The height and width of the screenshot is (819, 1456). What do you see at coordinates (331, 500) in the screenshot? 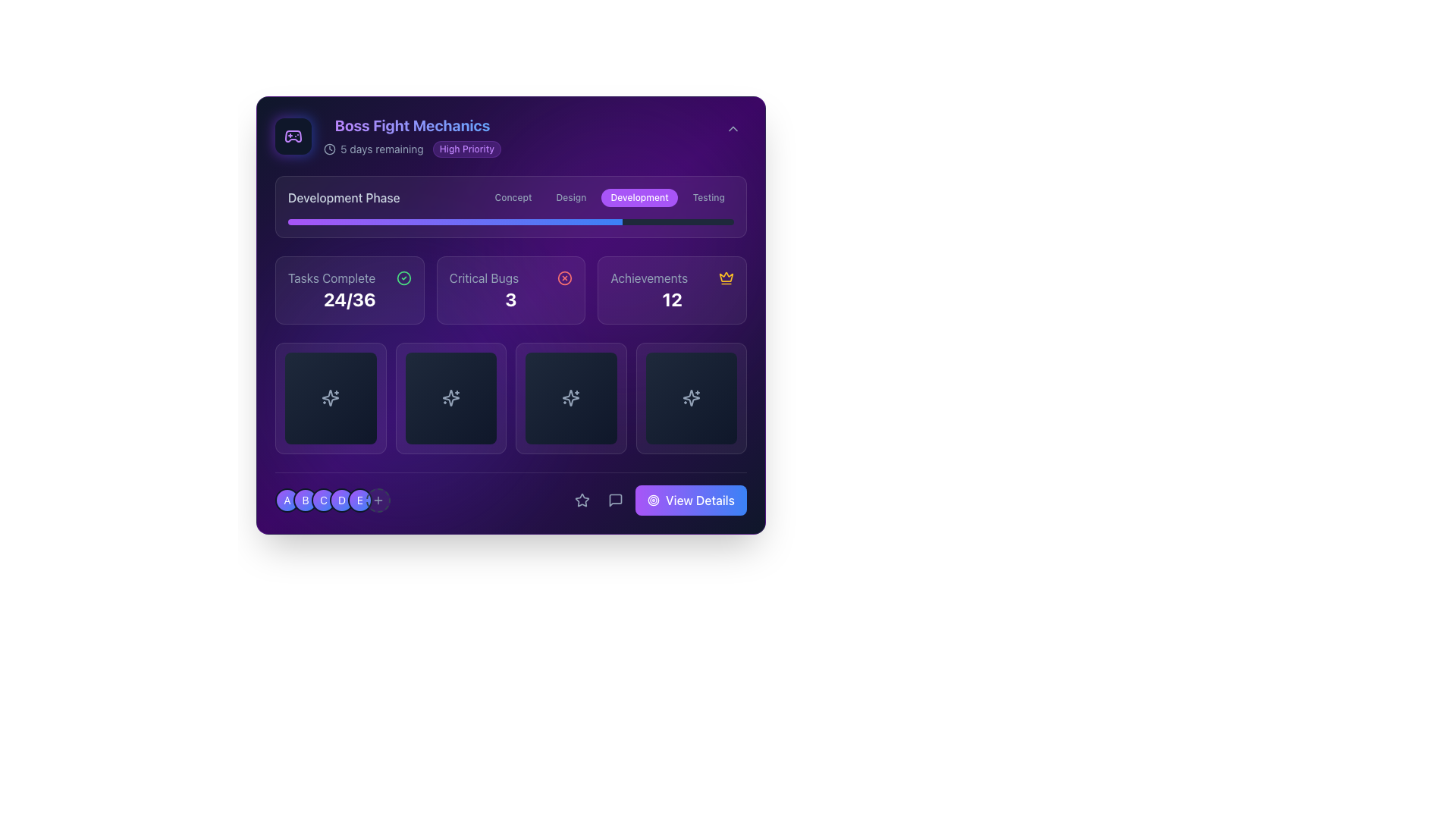
I see `the circular badge featuring the letter 'D' in white text on a gradient background` at bounding box center [331, 500].